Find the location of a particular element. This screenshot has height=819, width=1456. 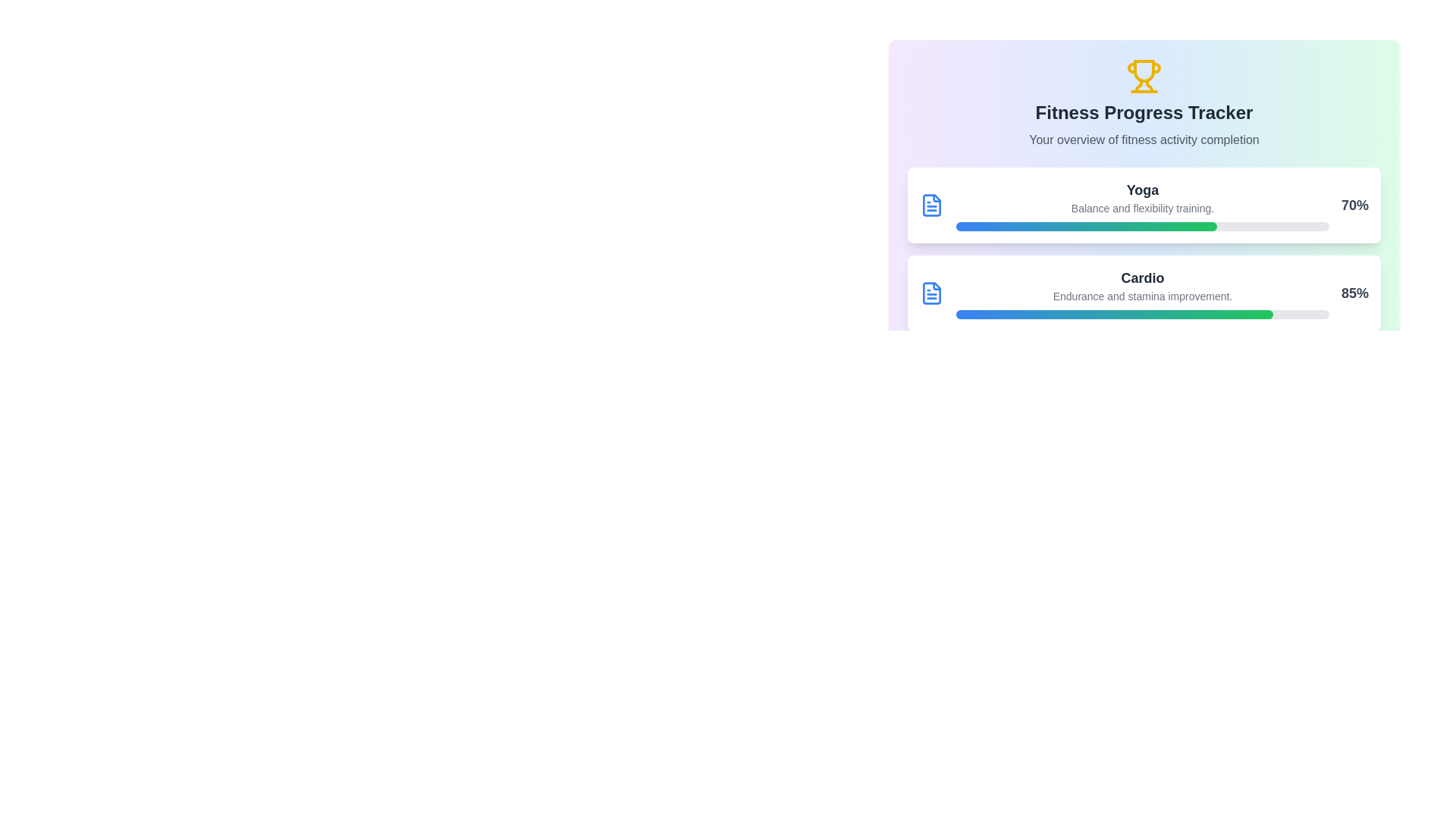

the 'add' icon functionality associated with the 'Add New Activity' button, located towards the right-center of the button is located at coordinates (1092, 452).